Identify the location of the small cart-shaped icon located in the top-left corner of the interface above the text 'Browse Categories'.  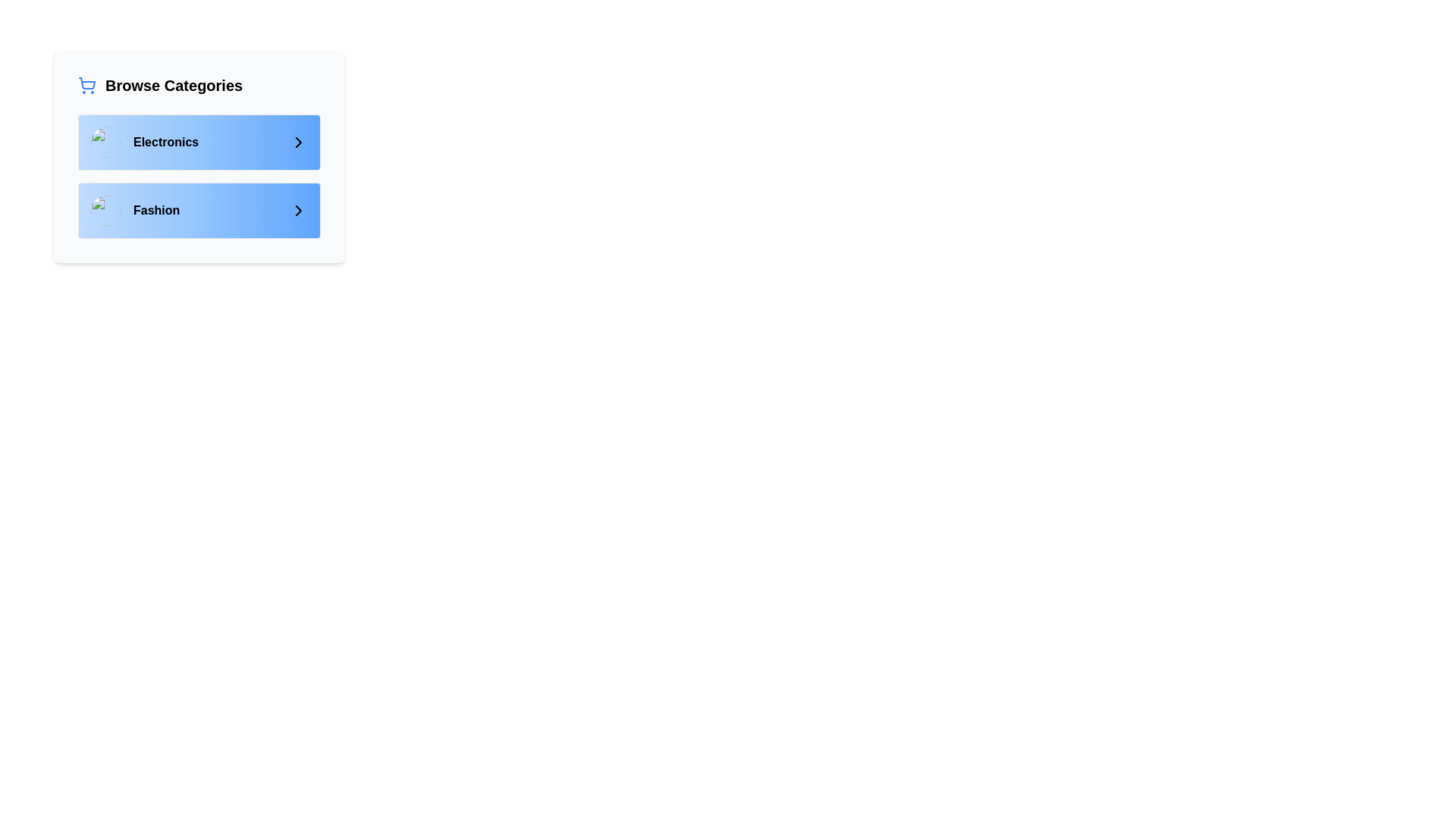
(86, 83).